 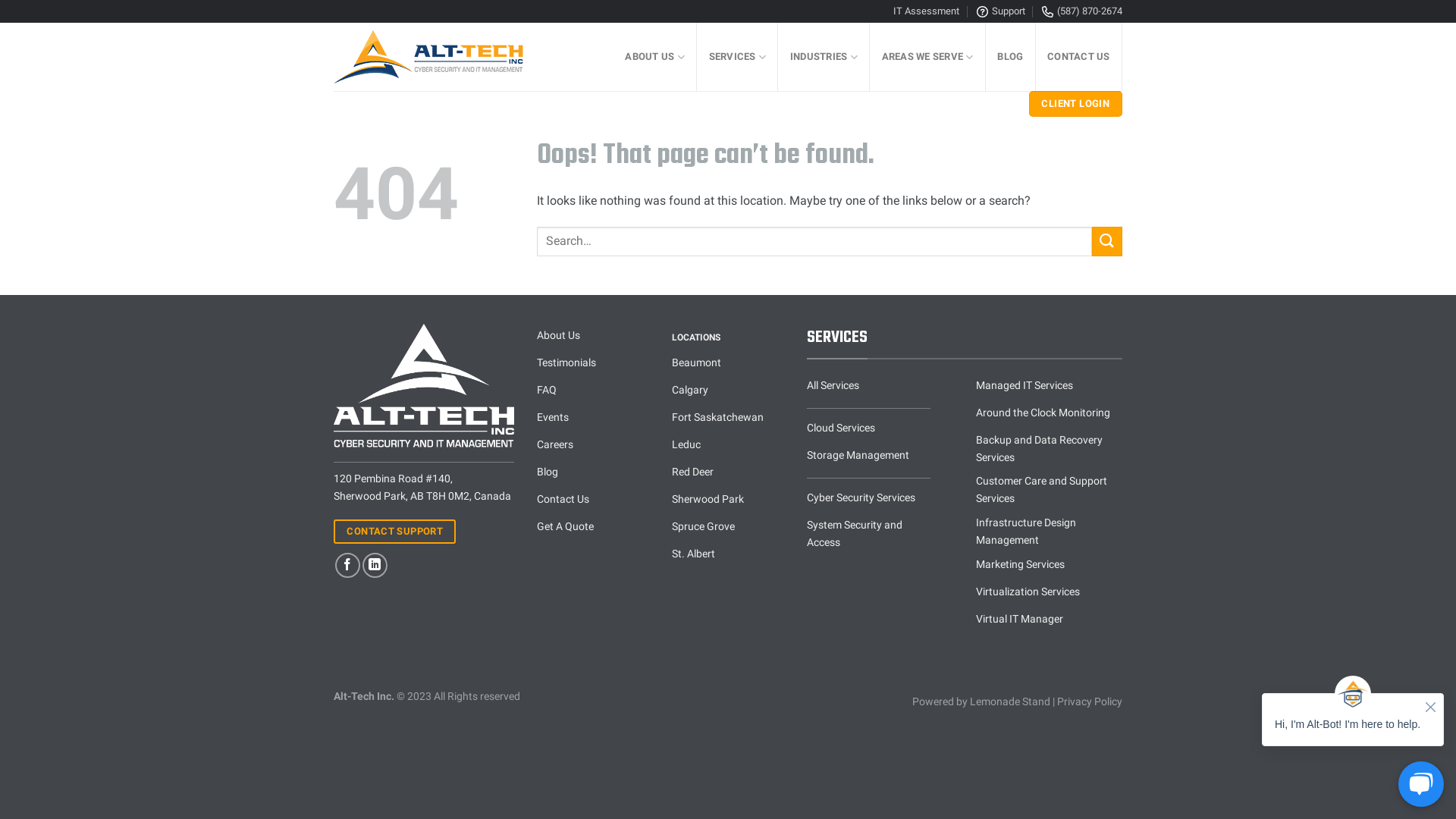 What do you see at coordinates (1088, 701) in the screenshot?
I see `'Privacy Policy'` at bounding box center [1088, 701].